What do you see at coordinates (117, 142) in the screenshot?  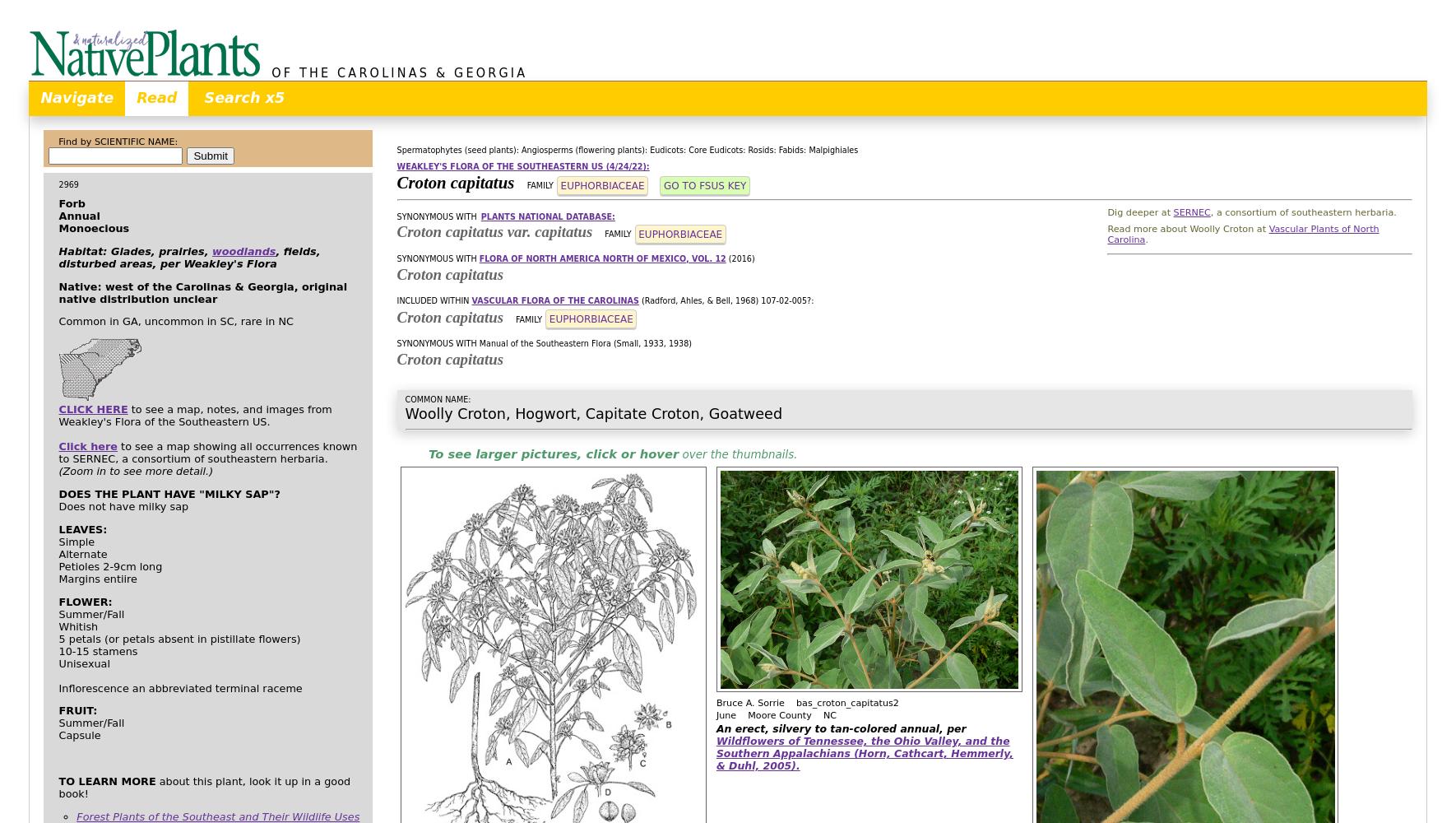 I see `'Find by SCIENTIFIC NAME:'` at bounding box center [117, 142].